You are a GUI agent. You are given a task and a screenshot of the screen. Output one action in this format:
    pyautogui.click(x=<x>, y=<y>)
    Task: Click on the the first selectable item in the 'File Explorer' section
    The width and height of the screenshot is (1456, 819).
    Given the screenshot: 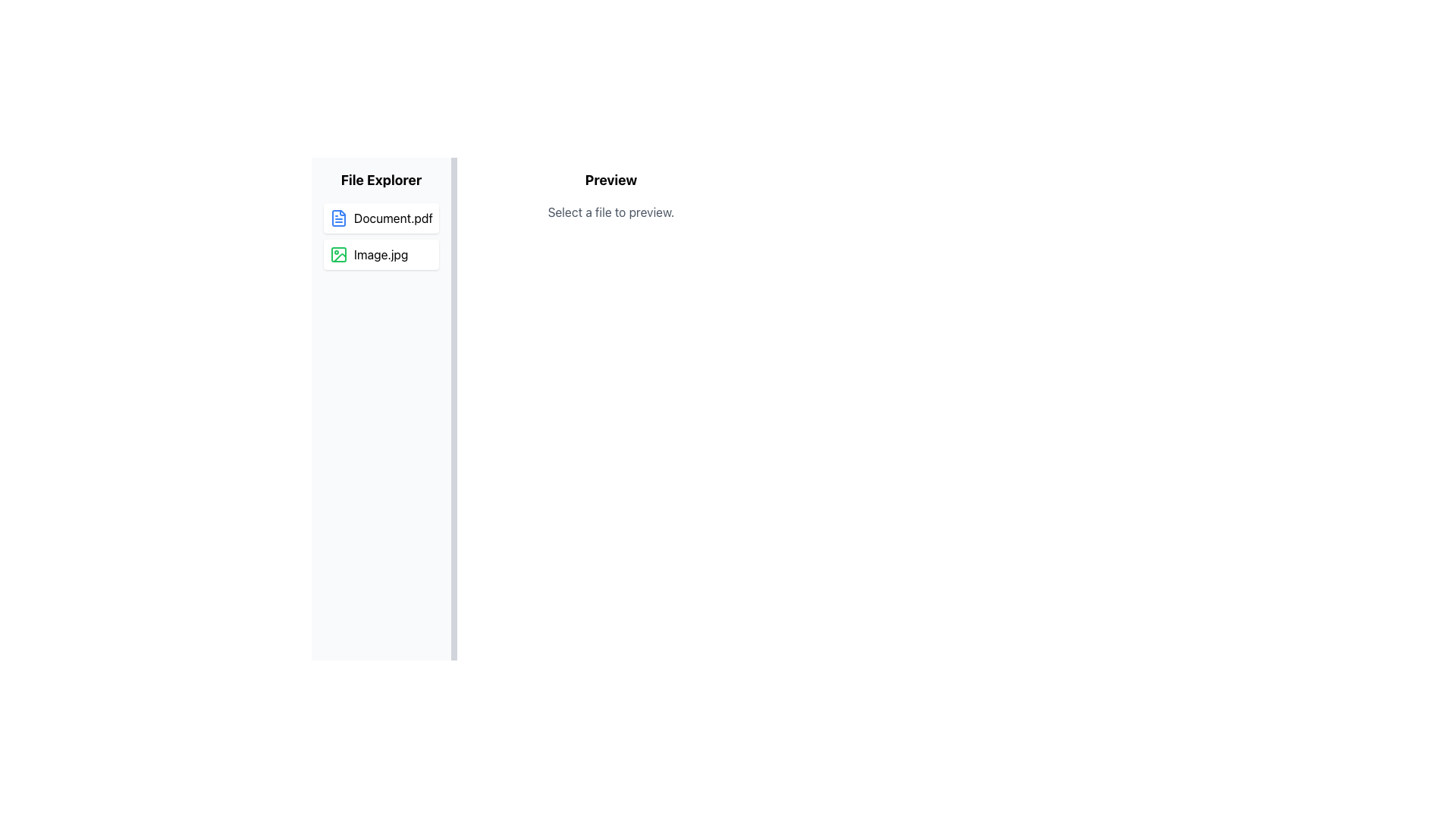 What is the action you would take?
    pyautogui.click(x=381, y=218)
    